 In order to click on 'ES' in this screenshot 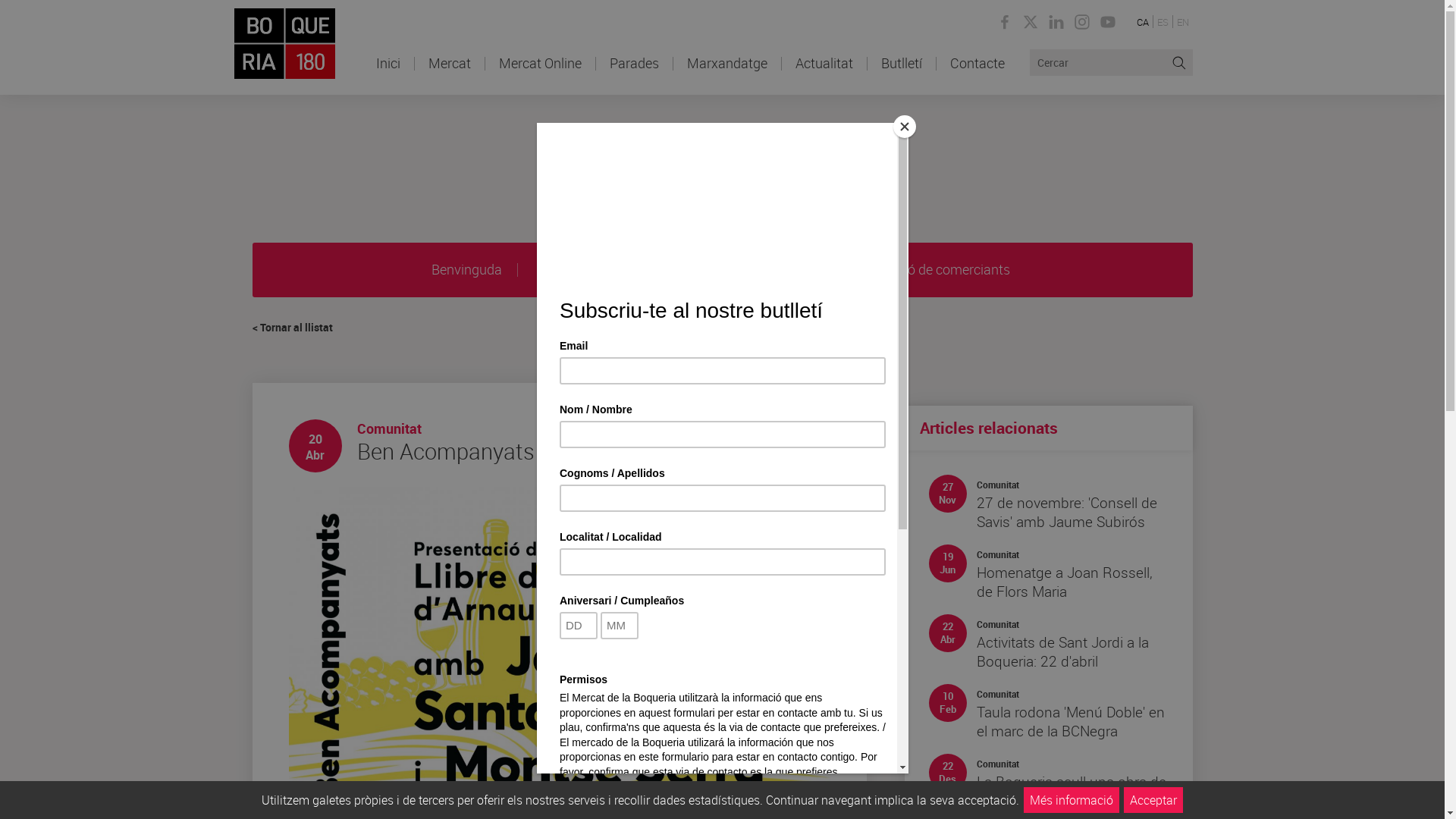, I will do `click(1153, 22)`.